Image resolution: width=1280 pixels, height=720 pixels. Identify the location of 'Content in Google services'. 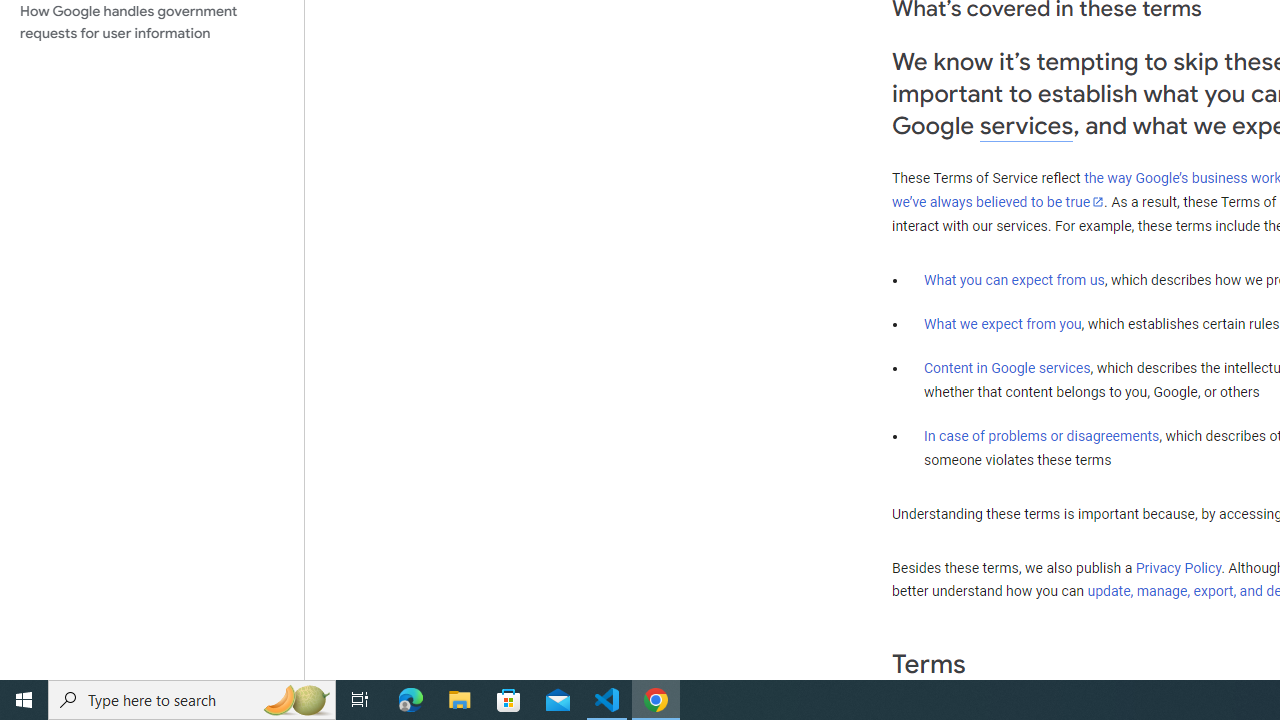
(1007, 368).